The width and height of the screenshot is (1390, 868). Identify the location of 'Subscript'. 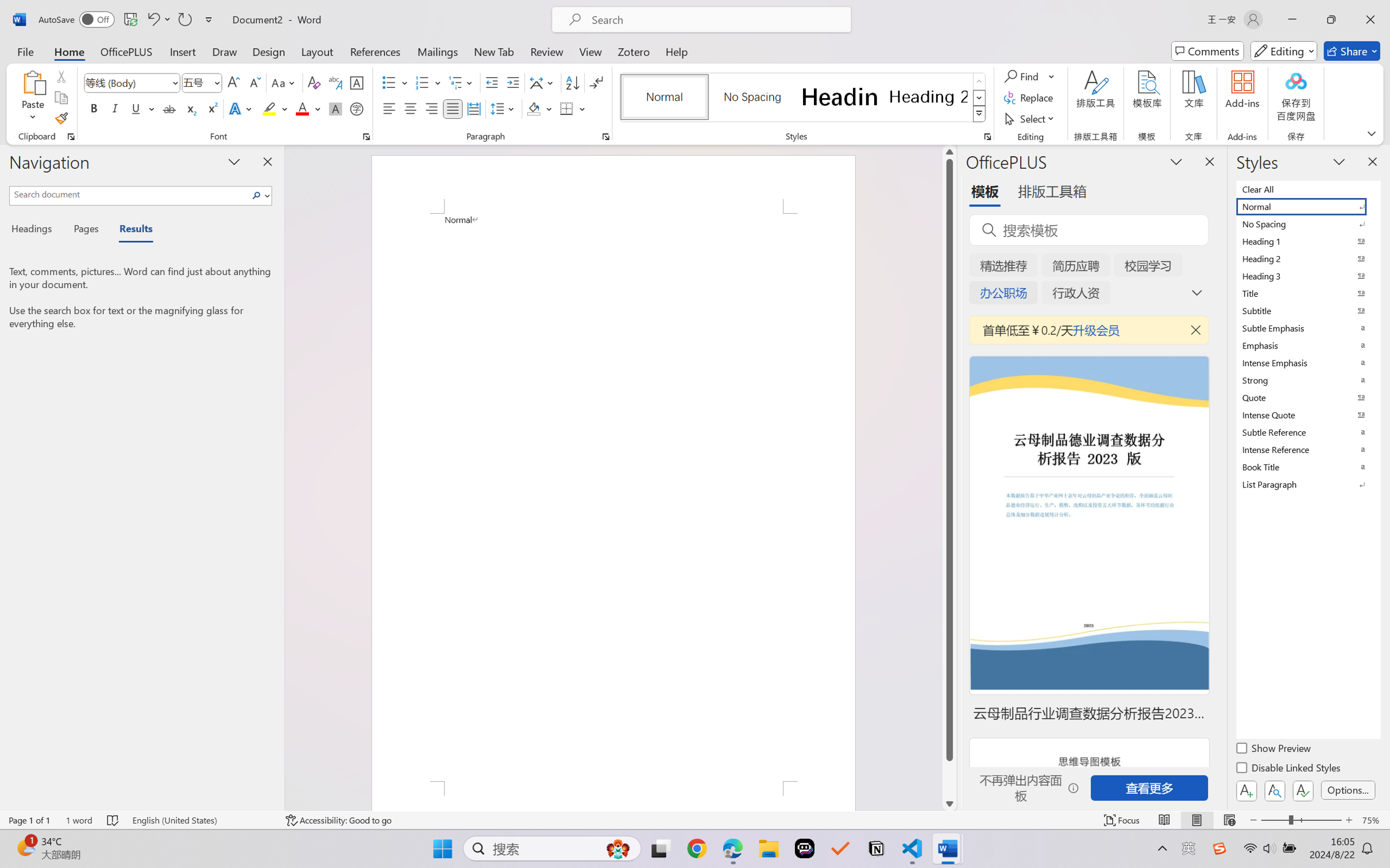
(190, 108).